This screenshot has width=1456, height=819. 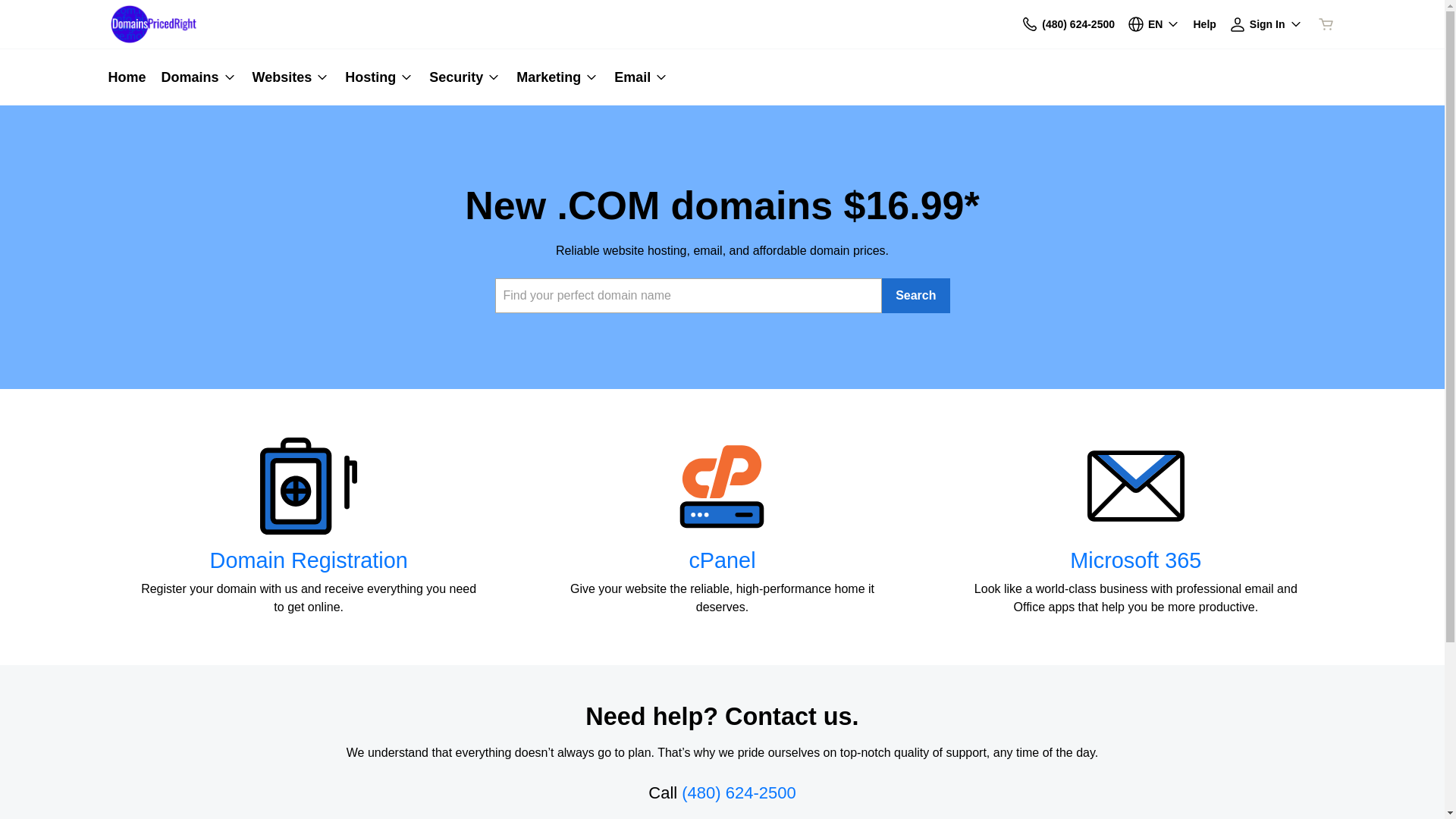 What do you see at coordinates (1203, 24) in the screenshot?
I see `'Help'` at bounding box center [1203, 24].